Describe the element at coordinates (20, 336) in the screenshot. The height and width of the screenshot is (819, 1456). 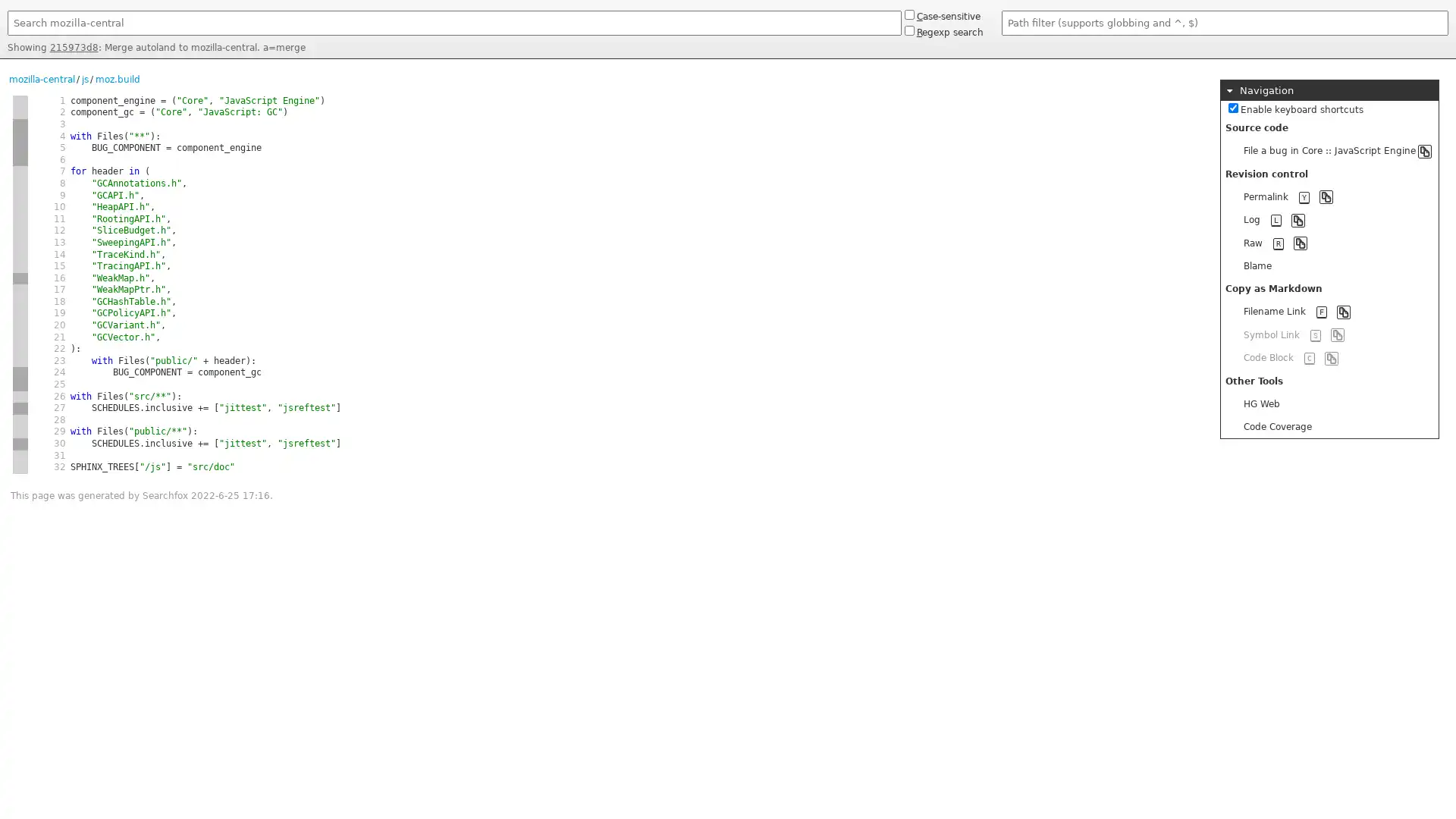
I see `same hash 1` at that location.